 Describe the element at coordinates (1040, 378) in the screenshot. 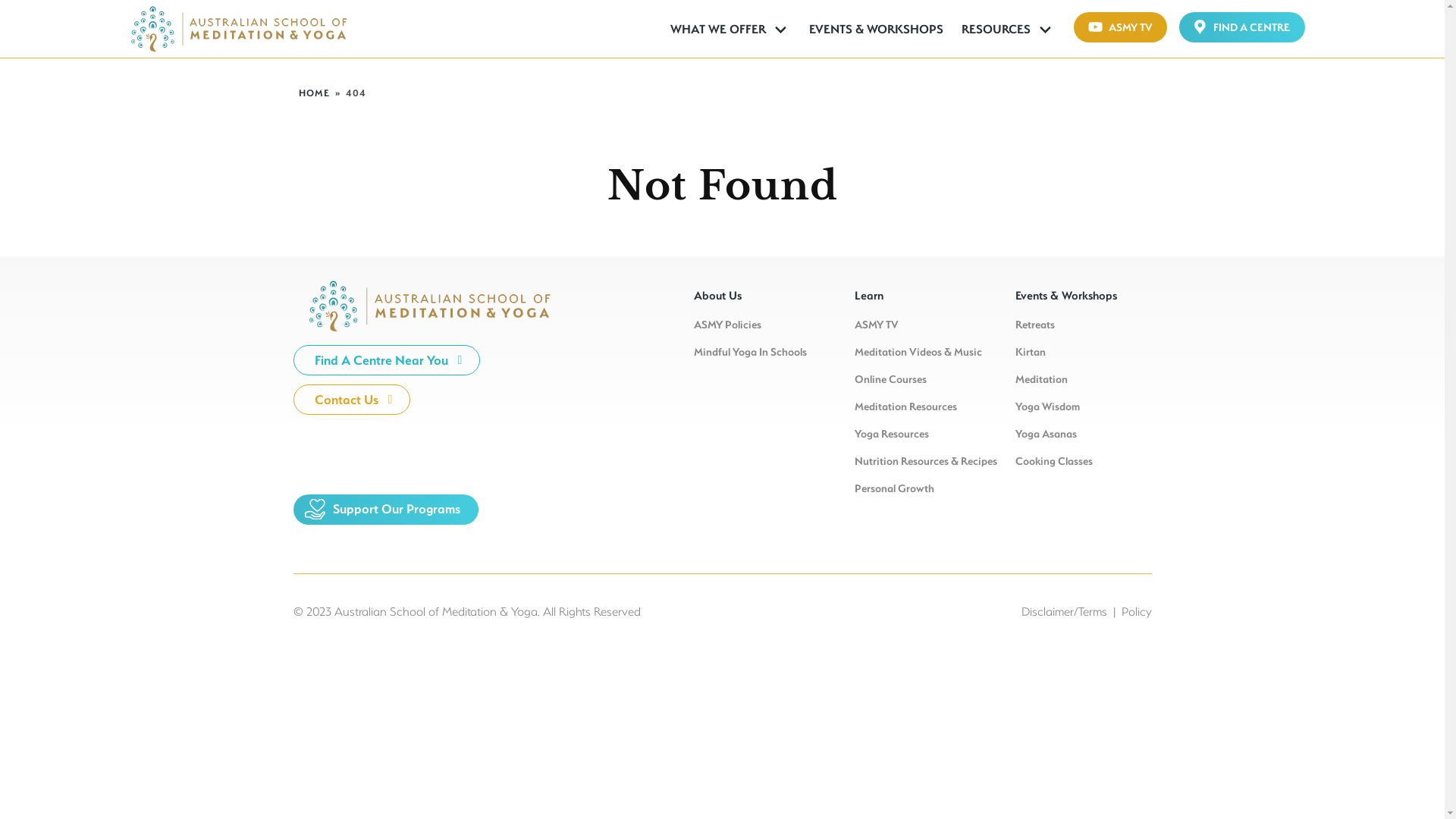

I see `'Meditation'` at that location.